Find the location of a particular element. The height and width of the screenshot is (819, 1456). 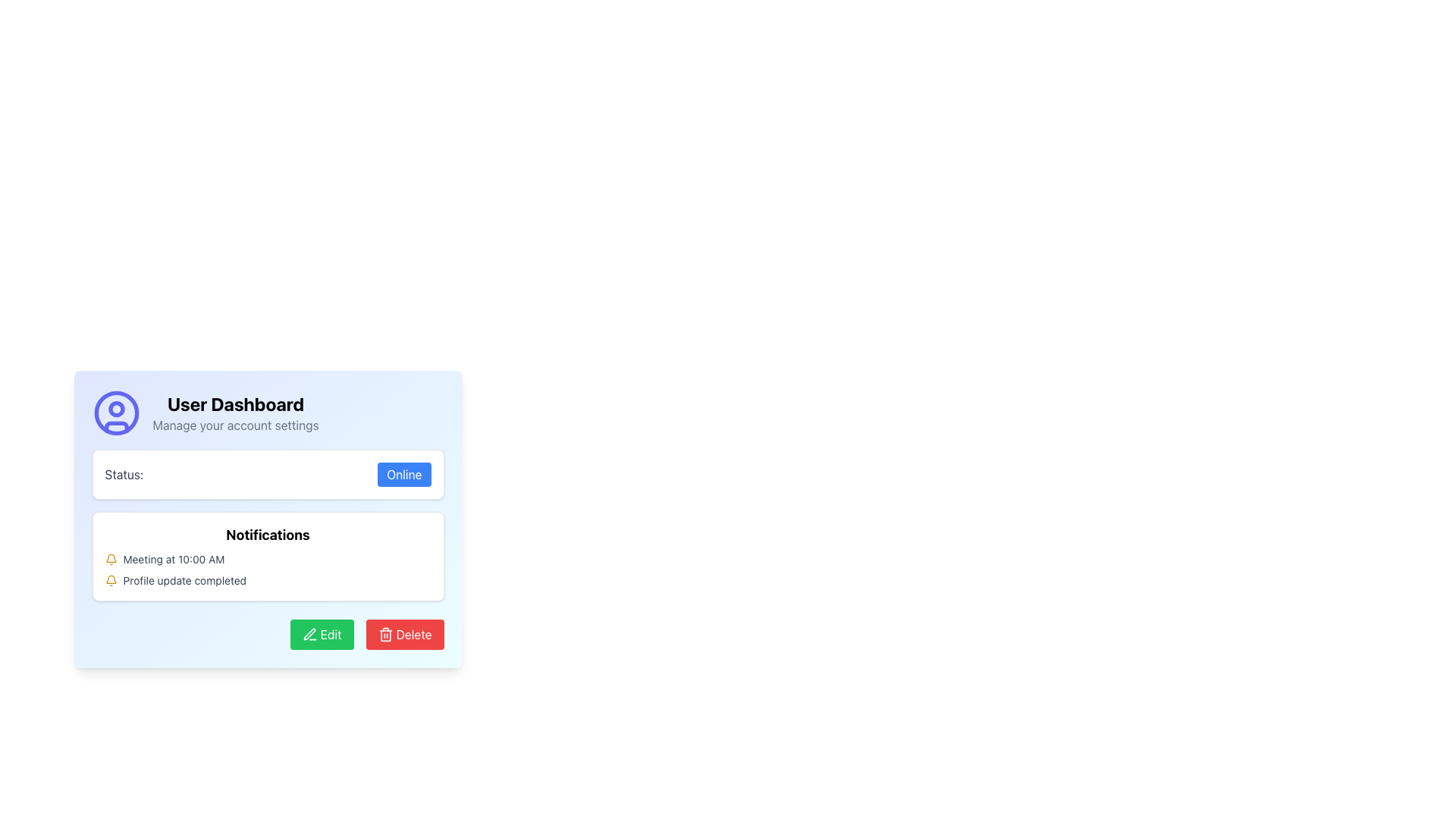

the graphical icon component representing a facial feature within the user profile icon, located centrally within the larger circular user-avatar icon is located at coordinates (115, 408).